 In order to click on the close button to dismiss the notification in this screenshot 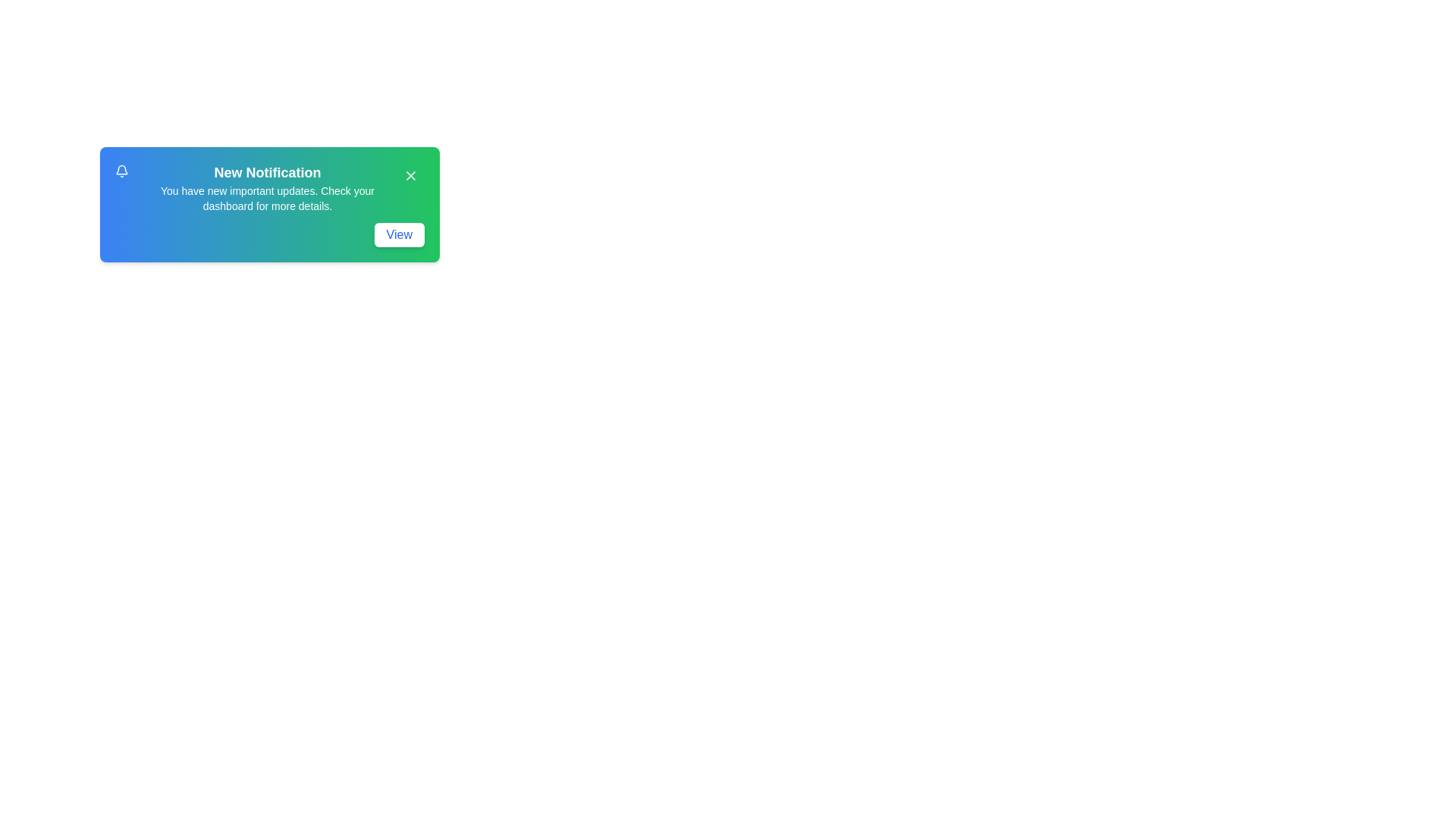, I will do `click(411, 174)`.